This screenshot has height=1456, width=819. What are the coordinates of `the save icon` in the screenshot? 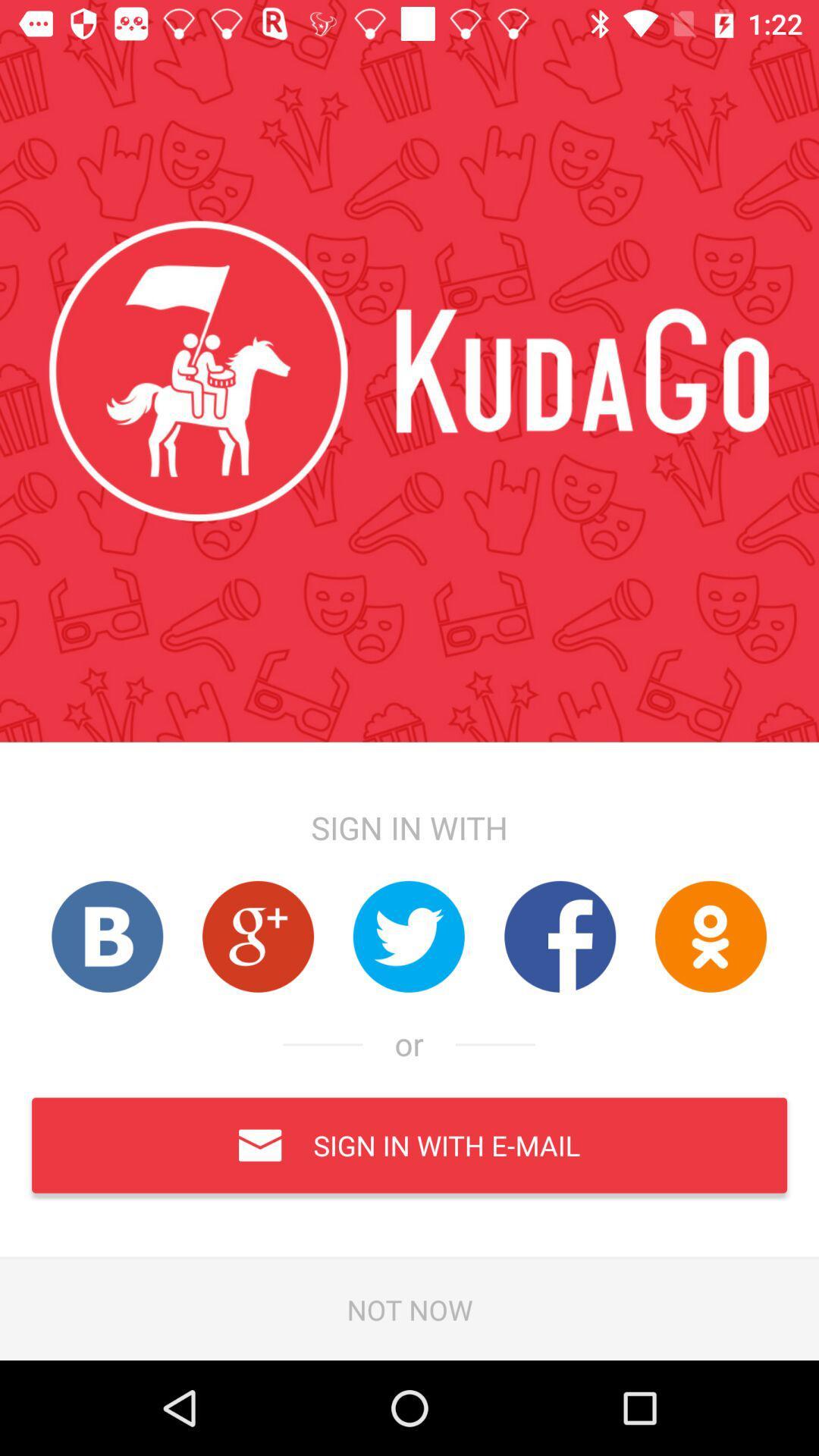 It's located at (106, 936).